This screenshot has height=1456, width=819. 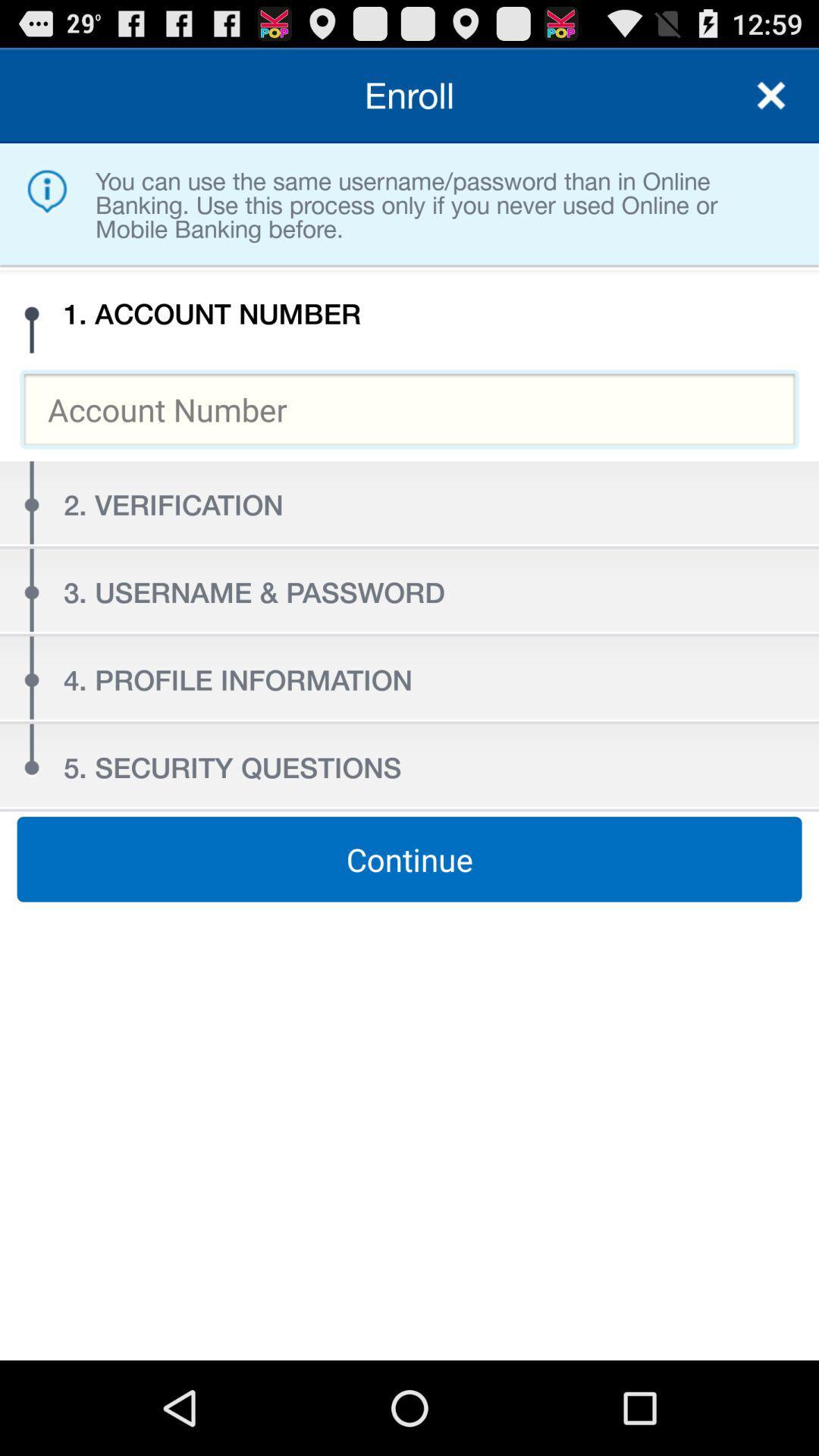 I want to click on page, so click(x=771, y=94).